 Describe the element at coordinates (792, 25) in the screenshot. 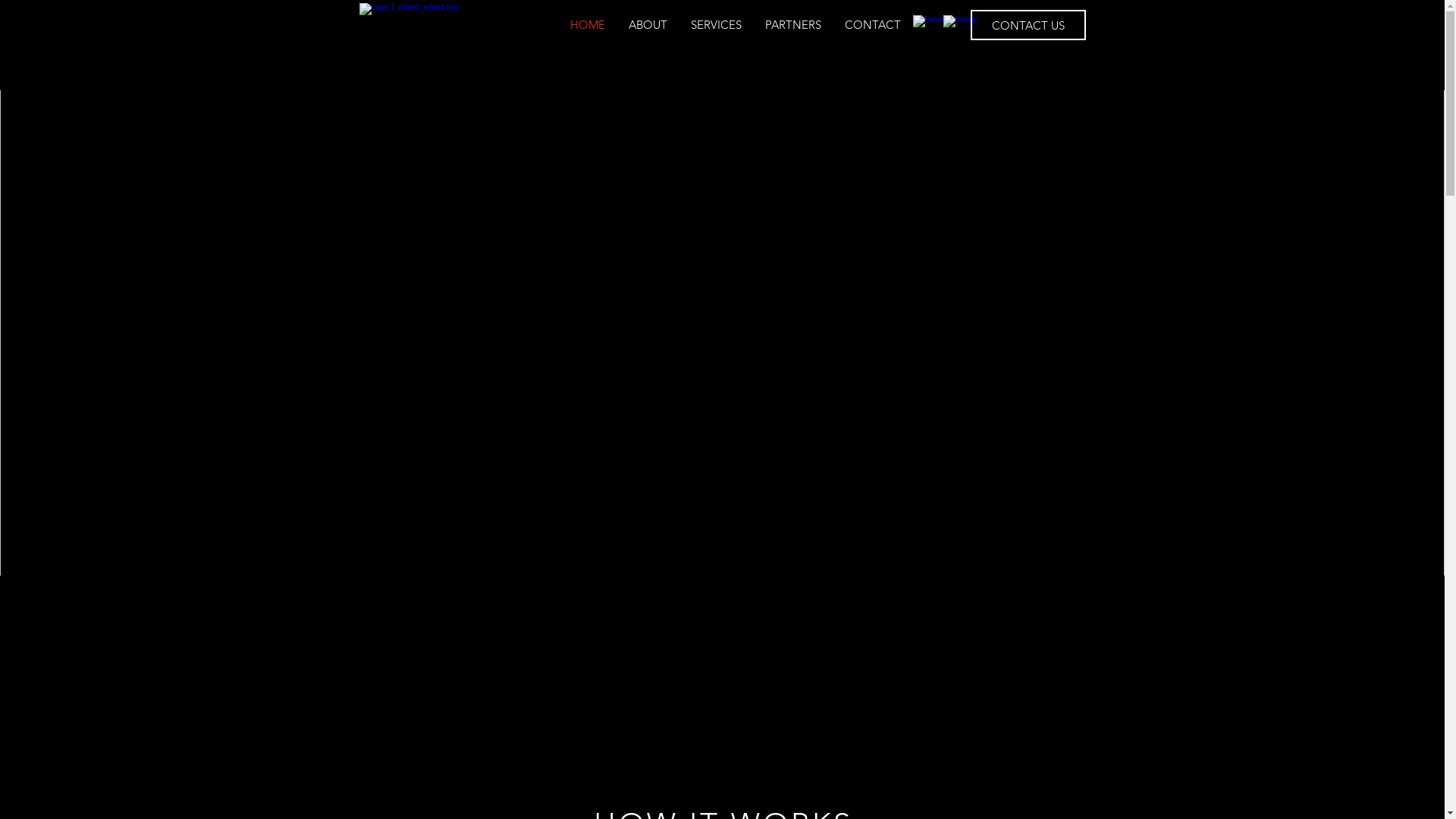

I see `'PARTNERS'` at that location.